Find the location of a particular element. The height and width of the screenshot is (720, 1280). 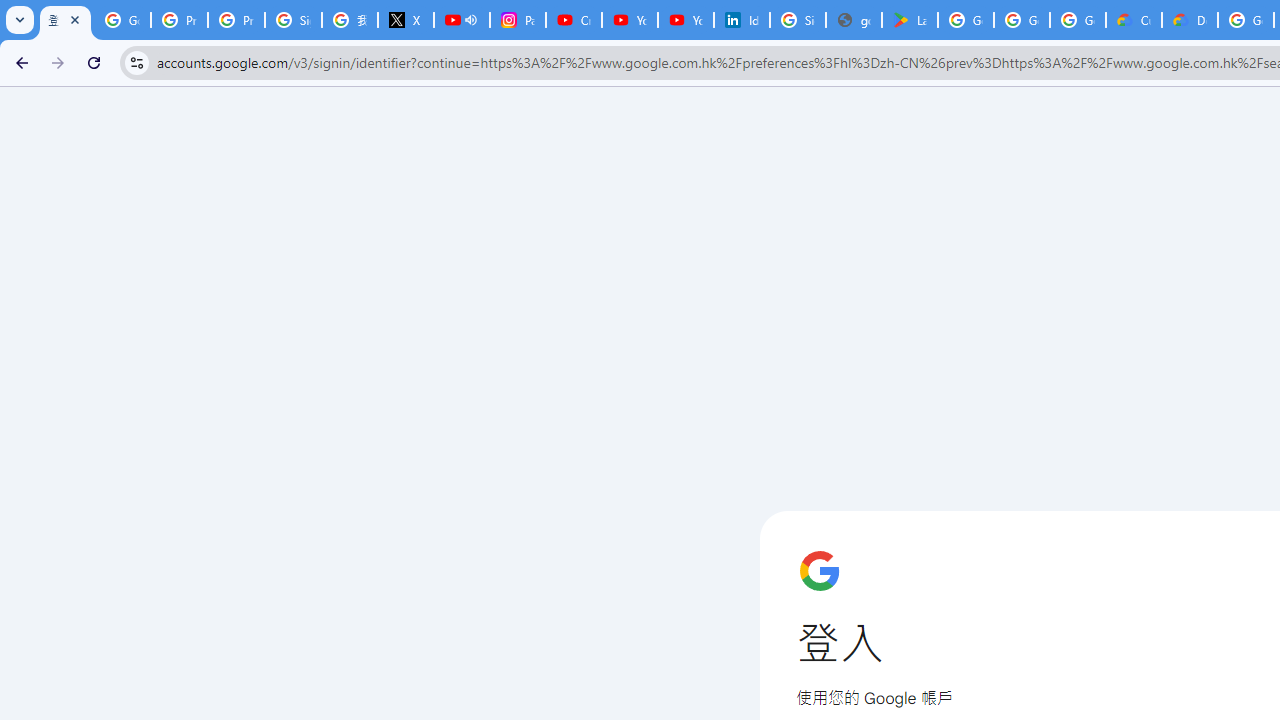

'YouTube Culture & Trends - YouTube Top 10, 2021' is located at coordinates (686, 20).